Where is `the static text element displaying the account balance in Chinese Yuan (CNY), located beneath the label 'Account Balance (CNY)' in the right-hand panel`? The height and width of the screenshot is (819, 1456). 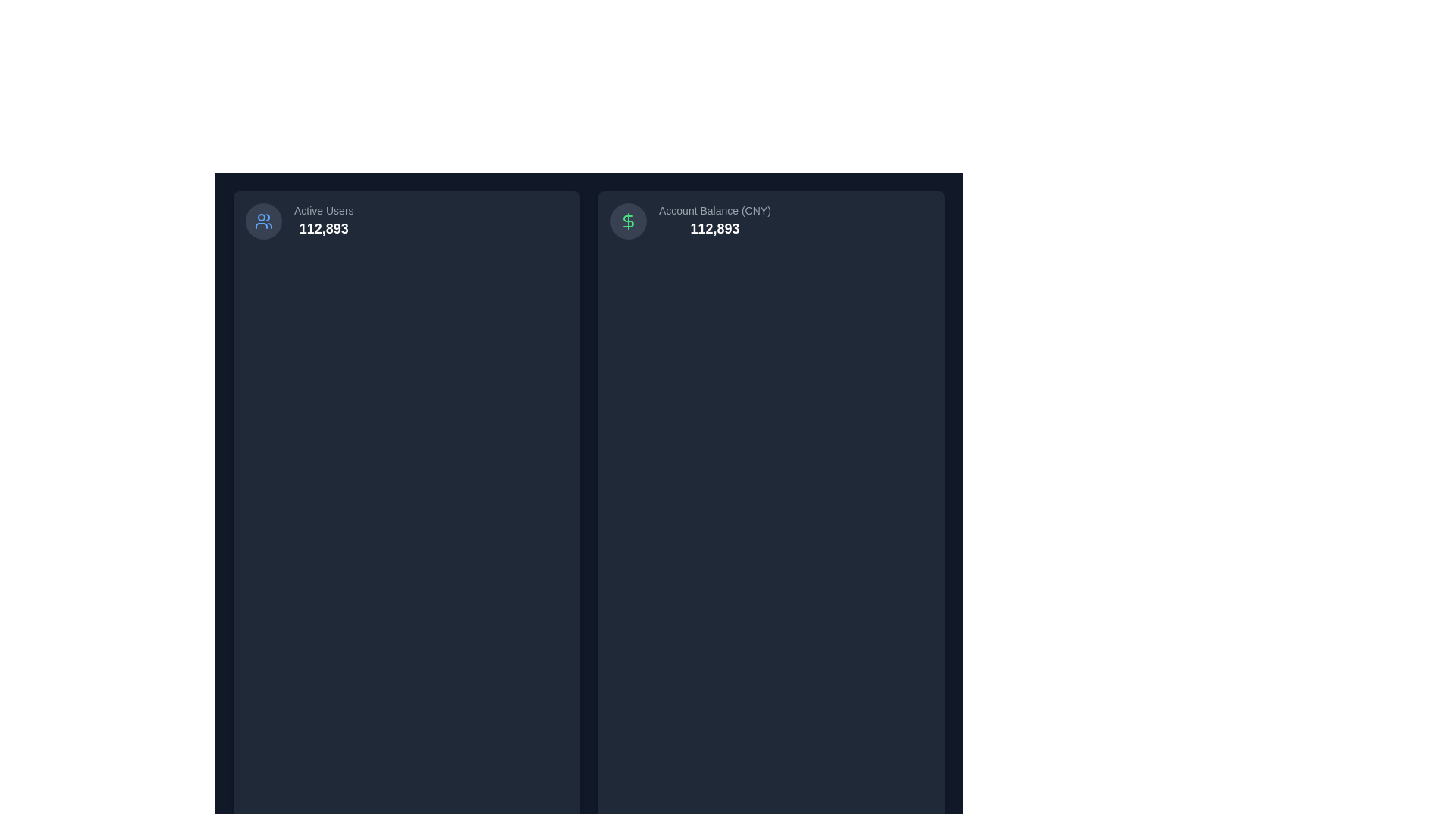 the static text element displaying the account balance in Chinese Yuan (CNY), located beneath the label 'Account Balance (CNY)' in the right-hand panel is located at coordinates (714, 228).